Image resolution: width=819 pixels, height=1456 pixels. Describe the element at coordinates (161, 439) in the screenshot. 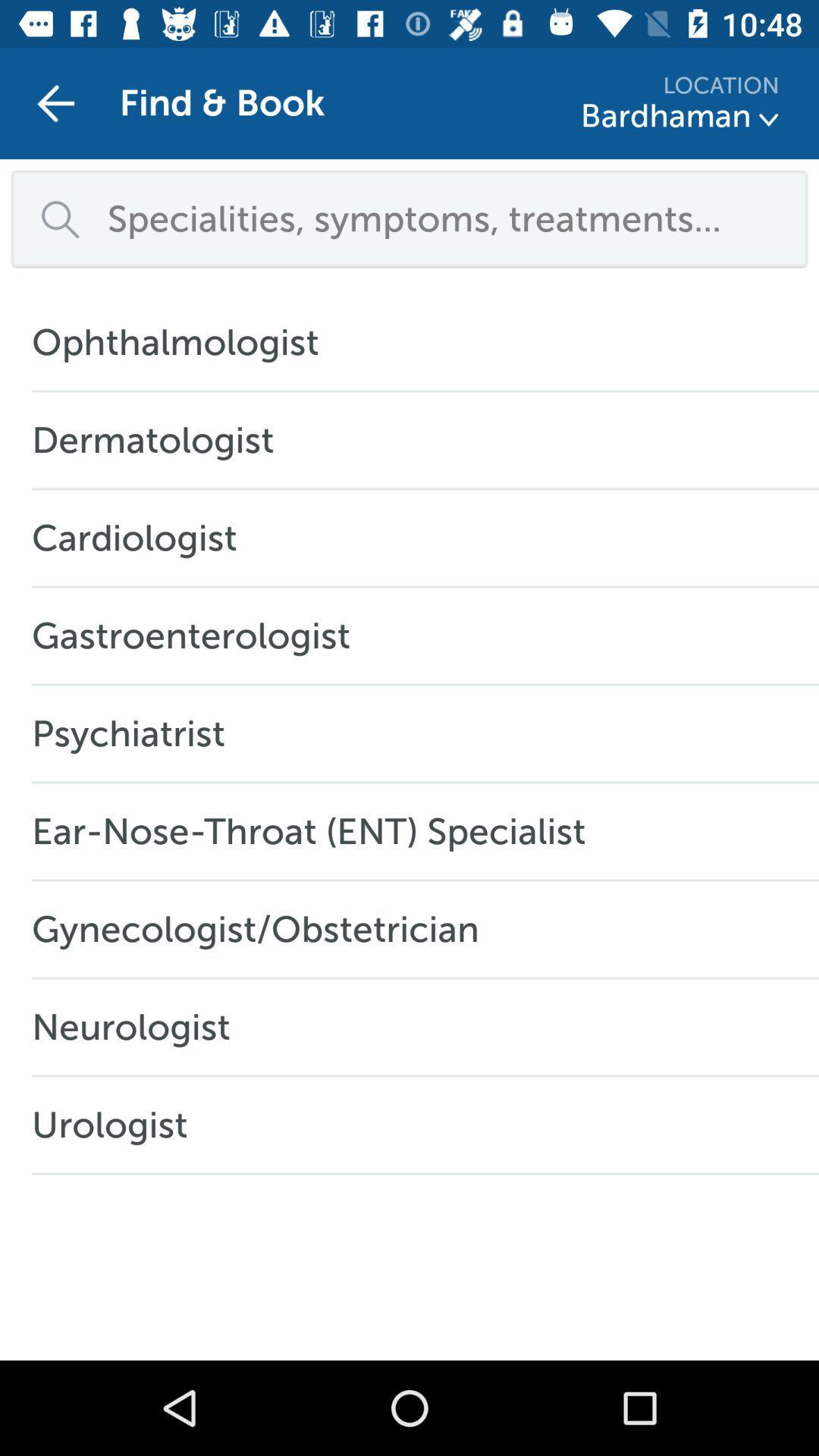

I see `icon above cardiologist icon` at that location.